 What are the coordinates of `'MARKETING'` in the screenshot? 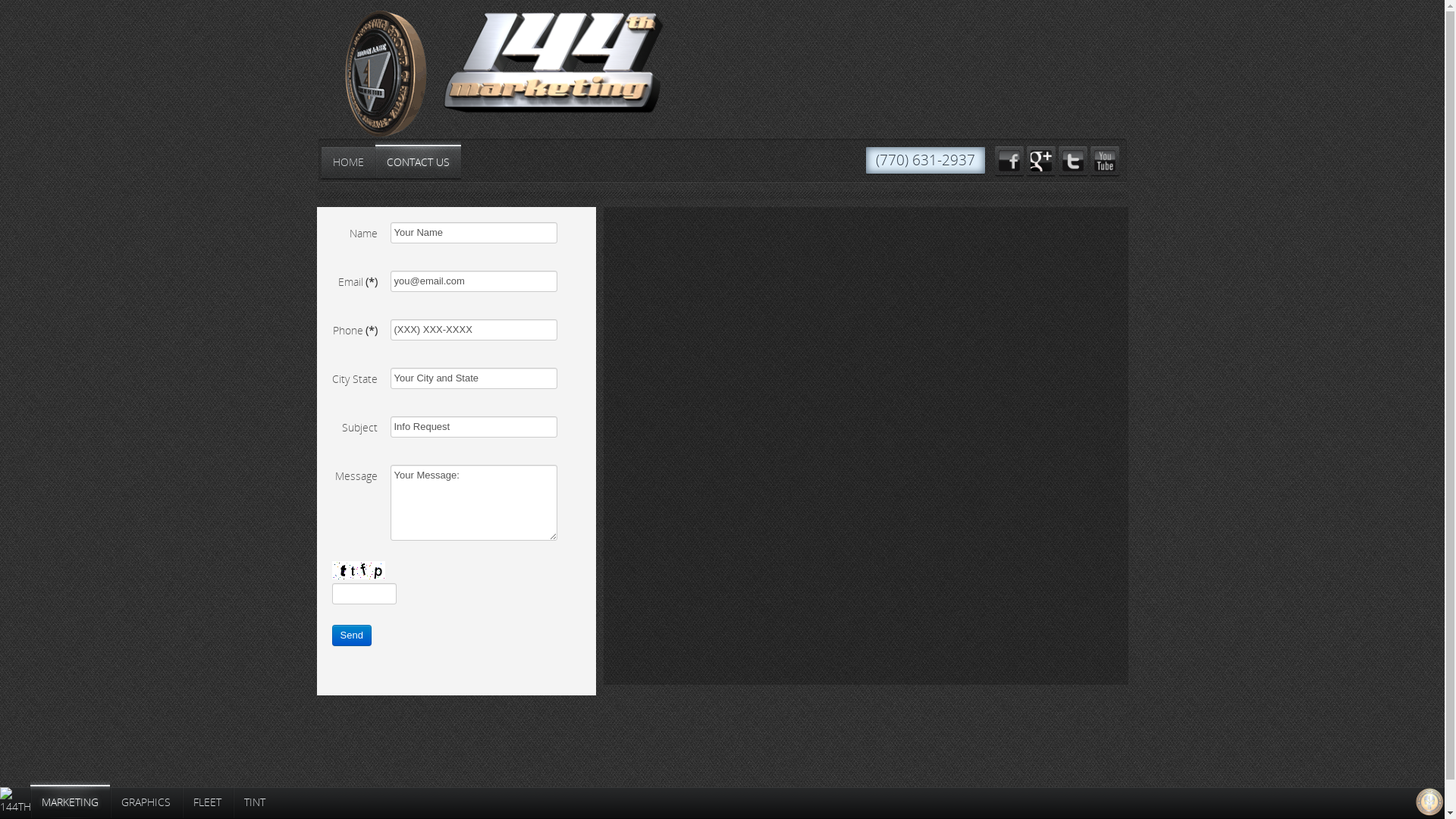 It's located at (69, 802).